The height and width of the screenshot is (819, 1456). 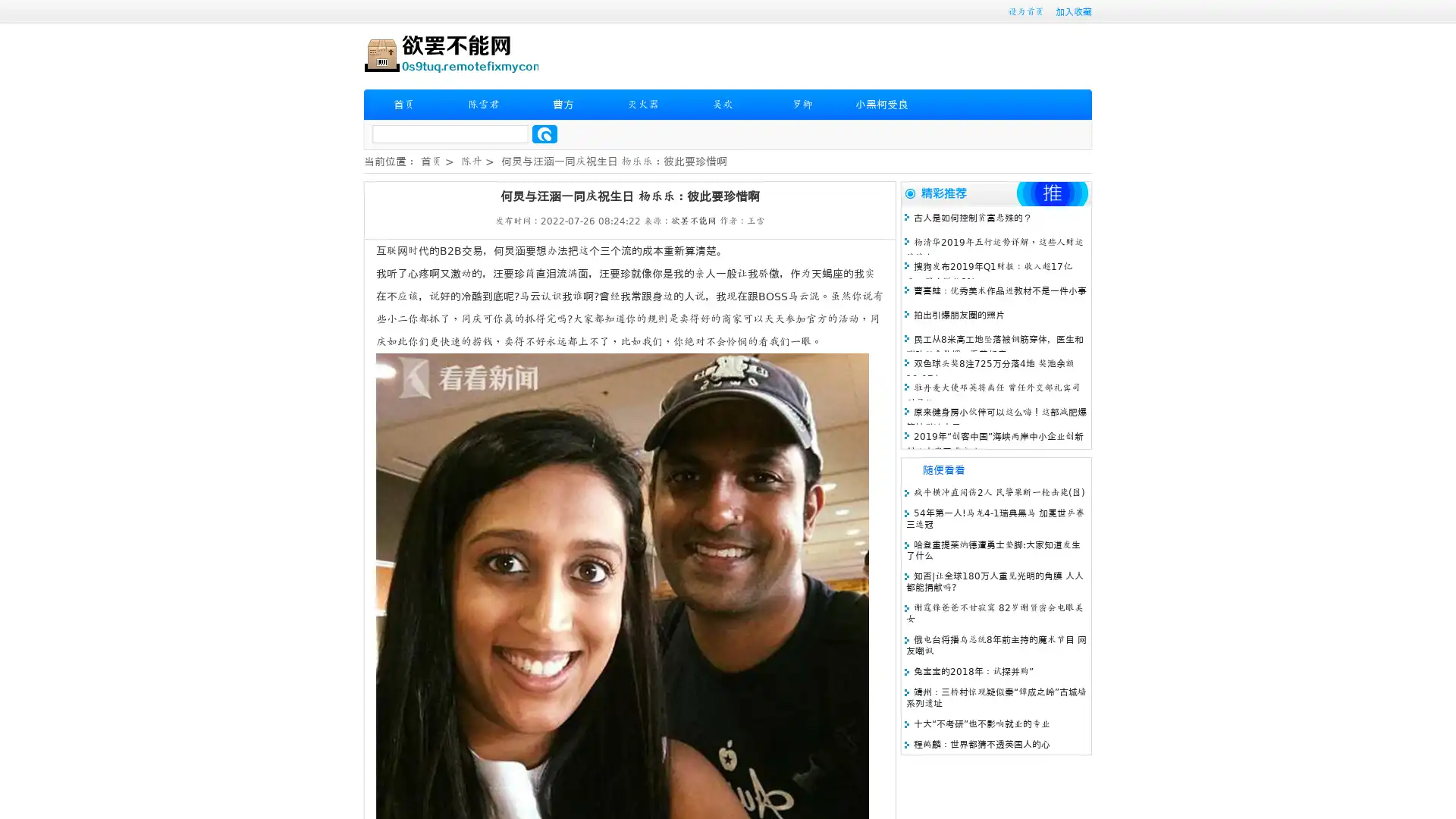 I want to click on Search, so click(x=544, y=133).